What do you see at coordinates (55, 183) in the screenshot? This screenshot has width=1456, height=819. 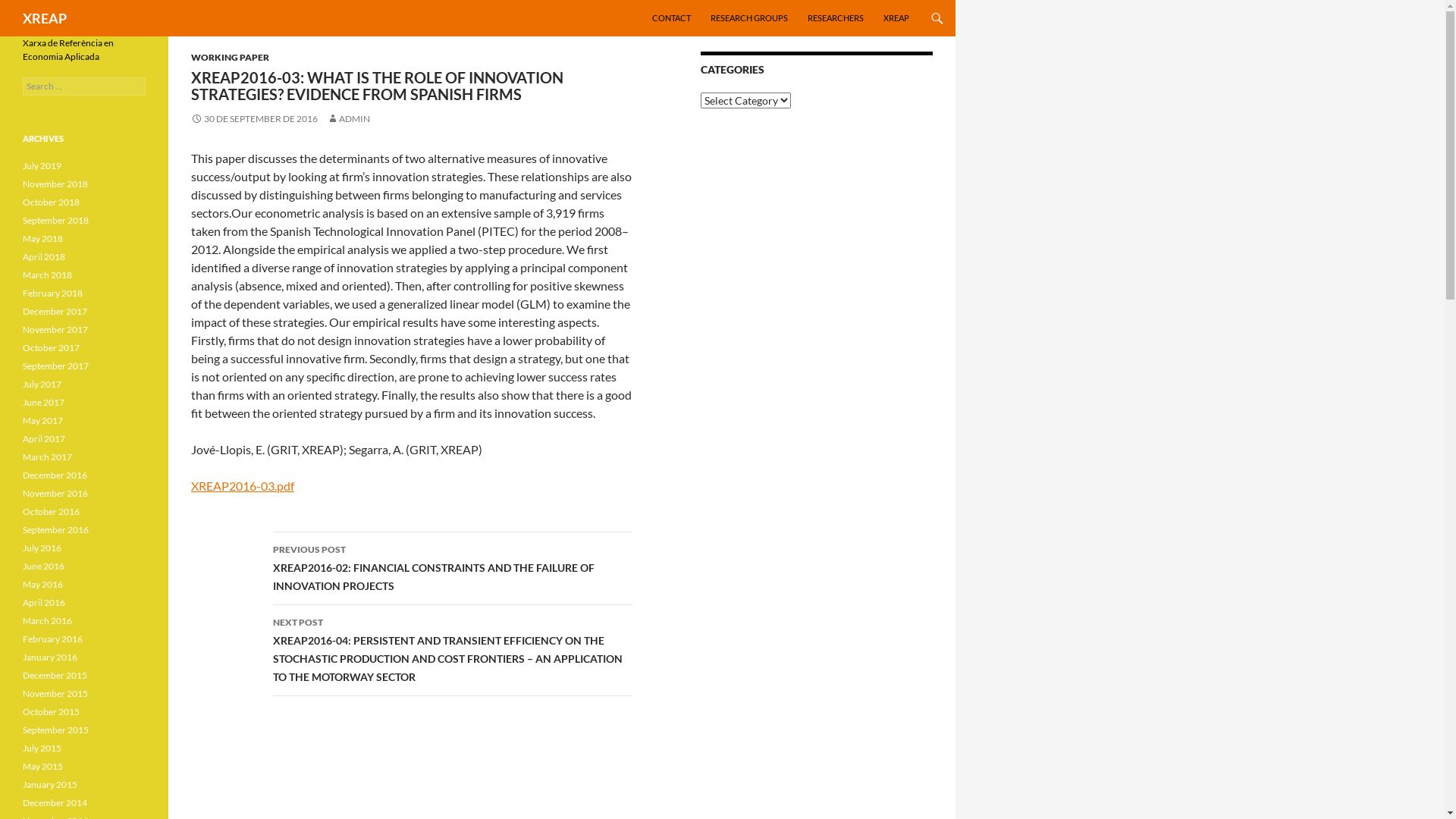 I see `'November 2018'` at bounding box center [55, 183].